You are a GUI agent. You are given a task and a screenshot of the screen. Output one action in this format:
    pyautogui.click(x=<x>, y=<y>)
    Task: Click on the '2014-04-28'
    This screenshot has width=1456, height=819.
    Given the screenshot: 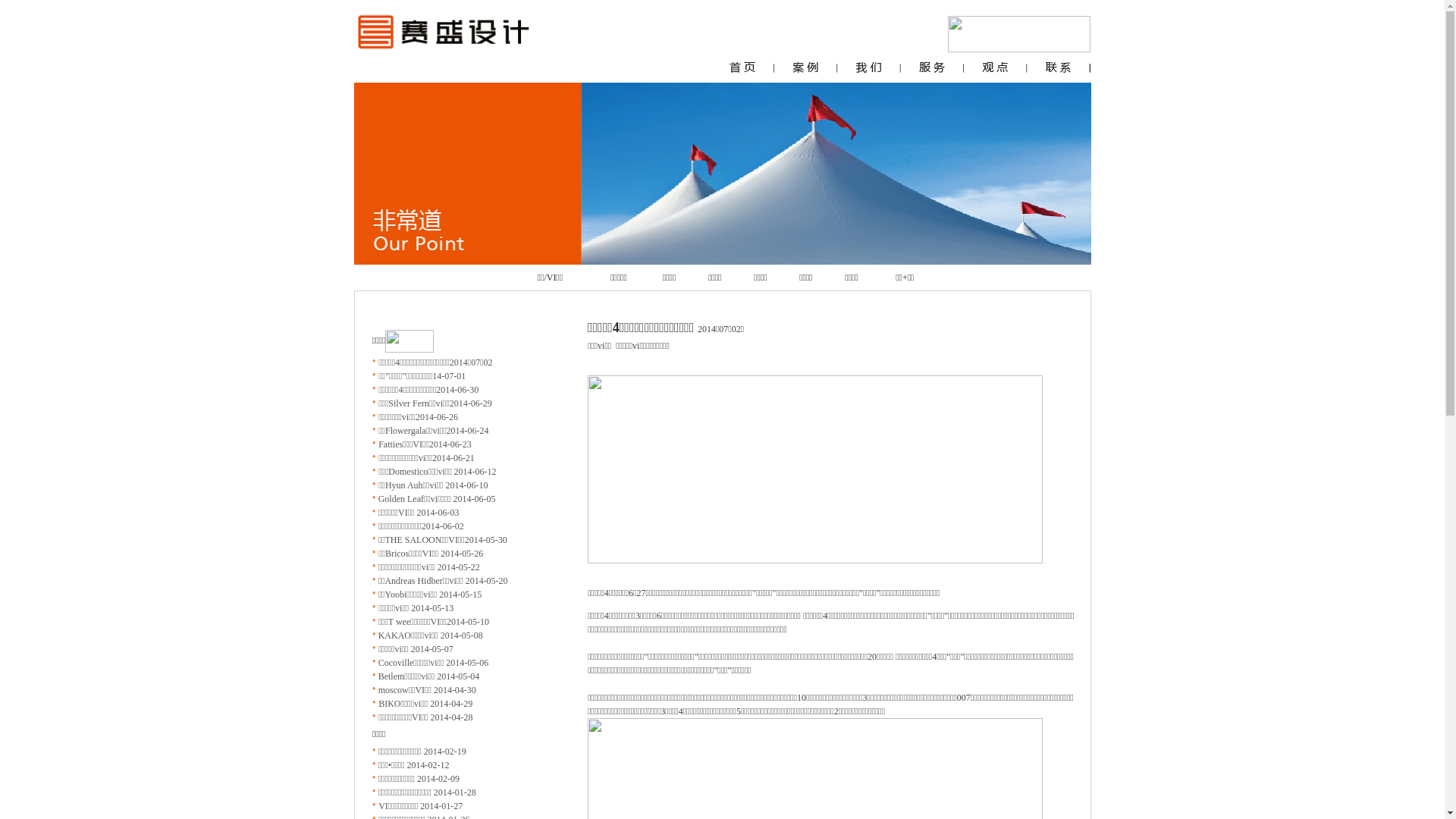 What is the action you would take?
    pyautogui.click(x=449, y=717)
    